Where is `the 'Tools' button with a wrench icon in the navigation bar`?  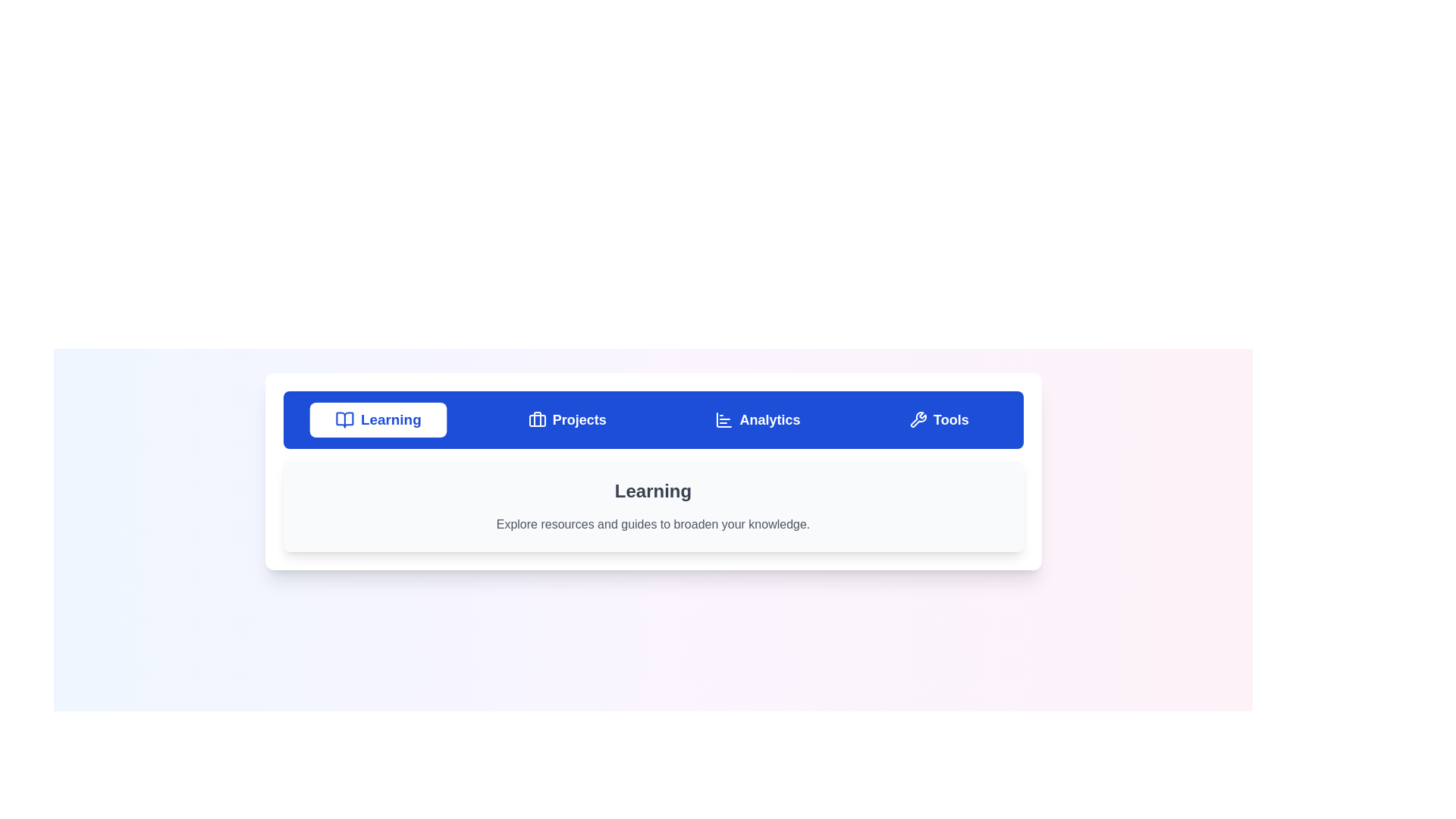 the 'Tools' button with a wrench icon in the navigation bar is located at coordinates (938, 420).